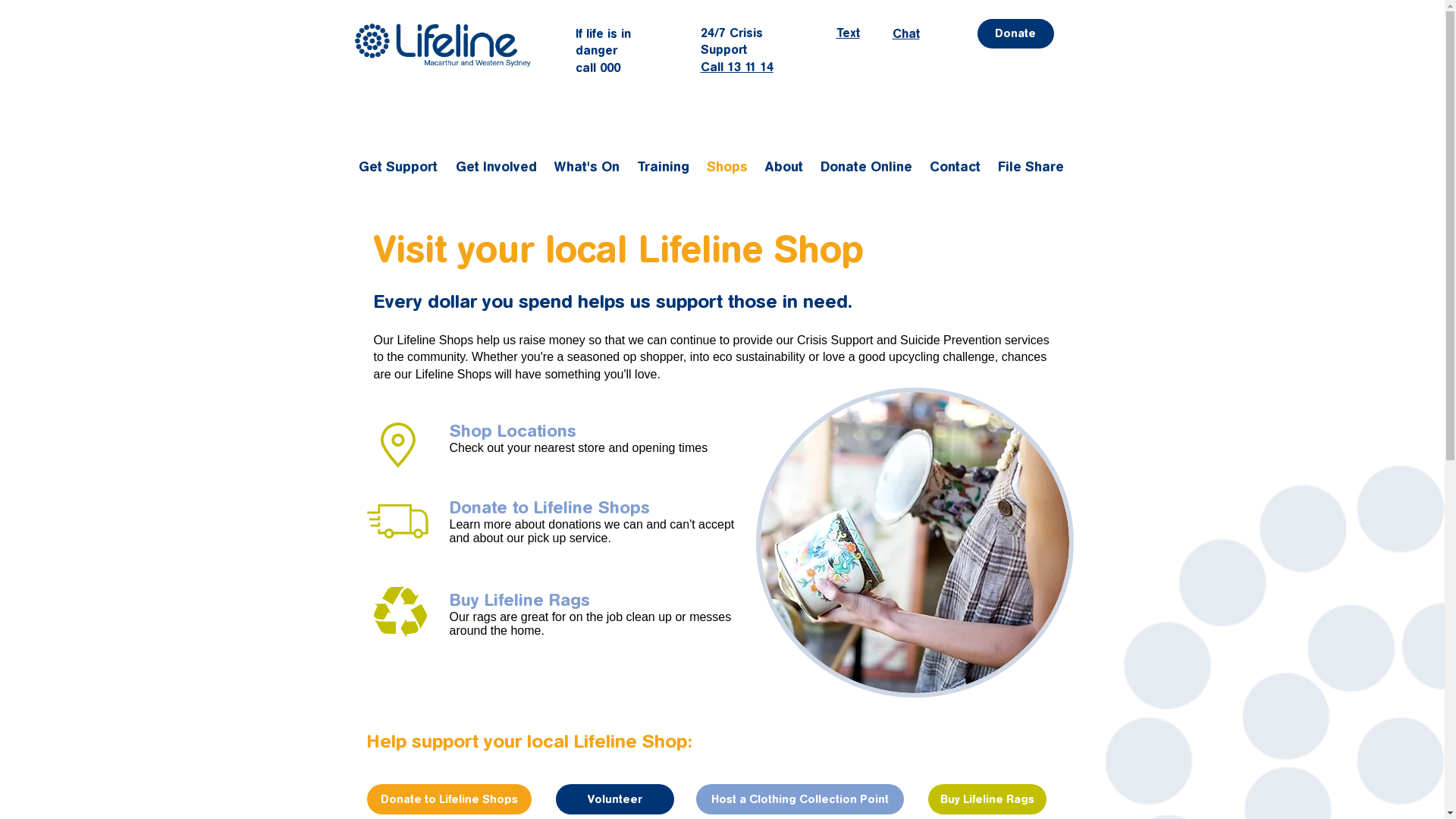 This screenshot has height=819, width=1456. What do you see at coordinates (1015, 33) in the screenshot?
I see `'Donate'` at bounding box center [1015, 33].